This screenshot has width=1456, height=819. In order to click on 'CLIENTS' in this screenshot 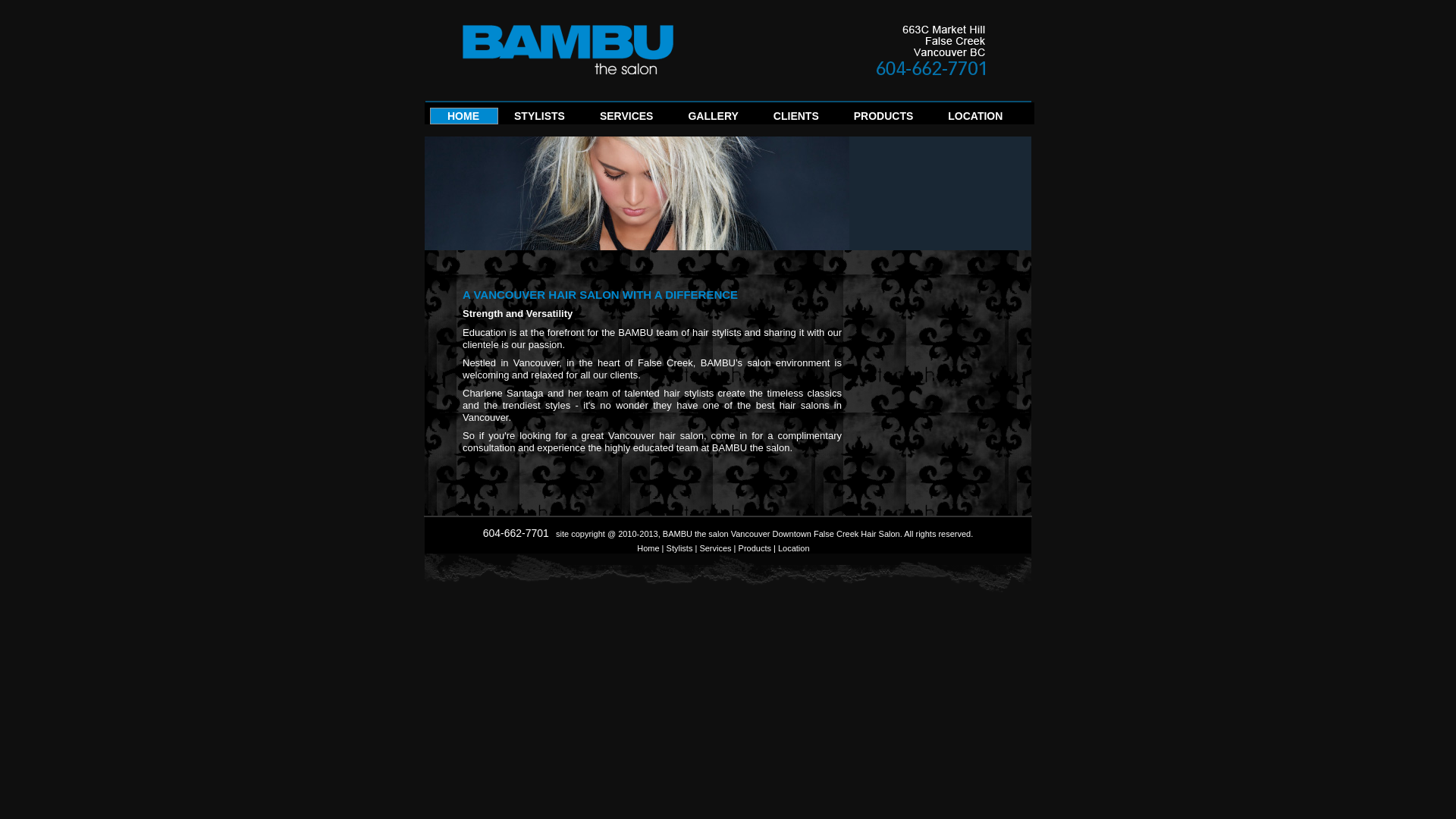, I will do `click(795, 120)`.